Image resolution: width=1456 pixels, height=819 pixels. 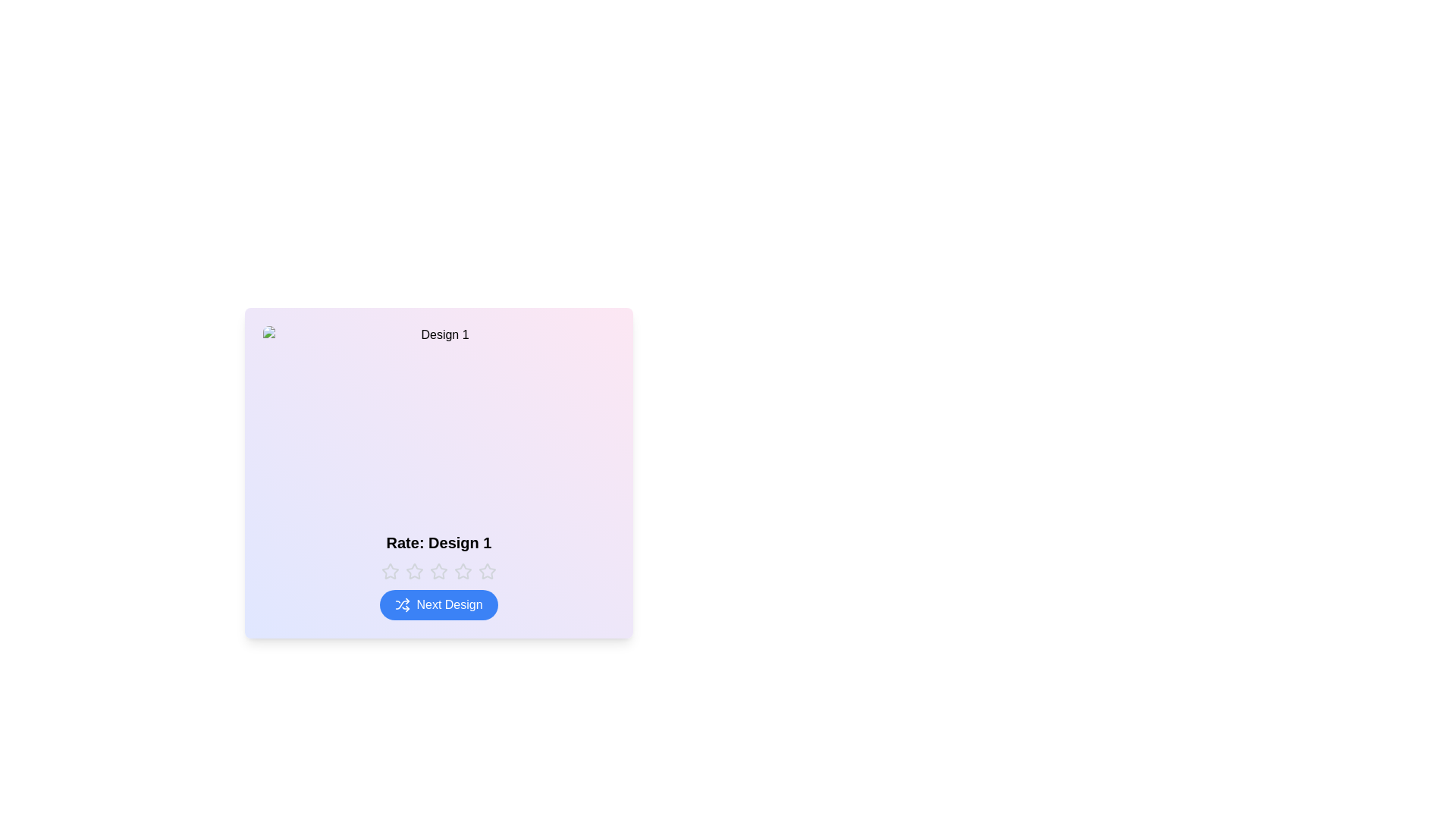 What do you see at coordinates (438, 423) in the screenshot?
I see `the displayed image to inspect it` at bounding box center [438, 423].